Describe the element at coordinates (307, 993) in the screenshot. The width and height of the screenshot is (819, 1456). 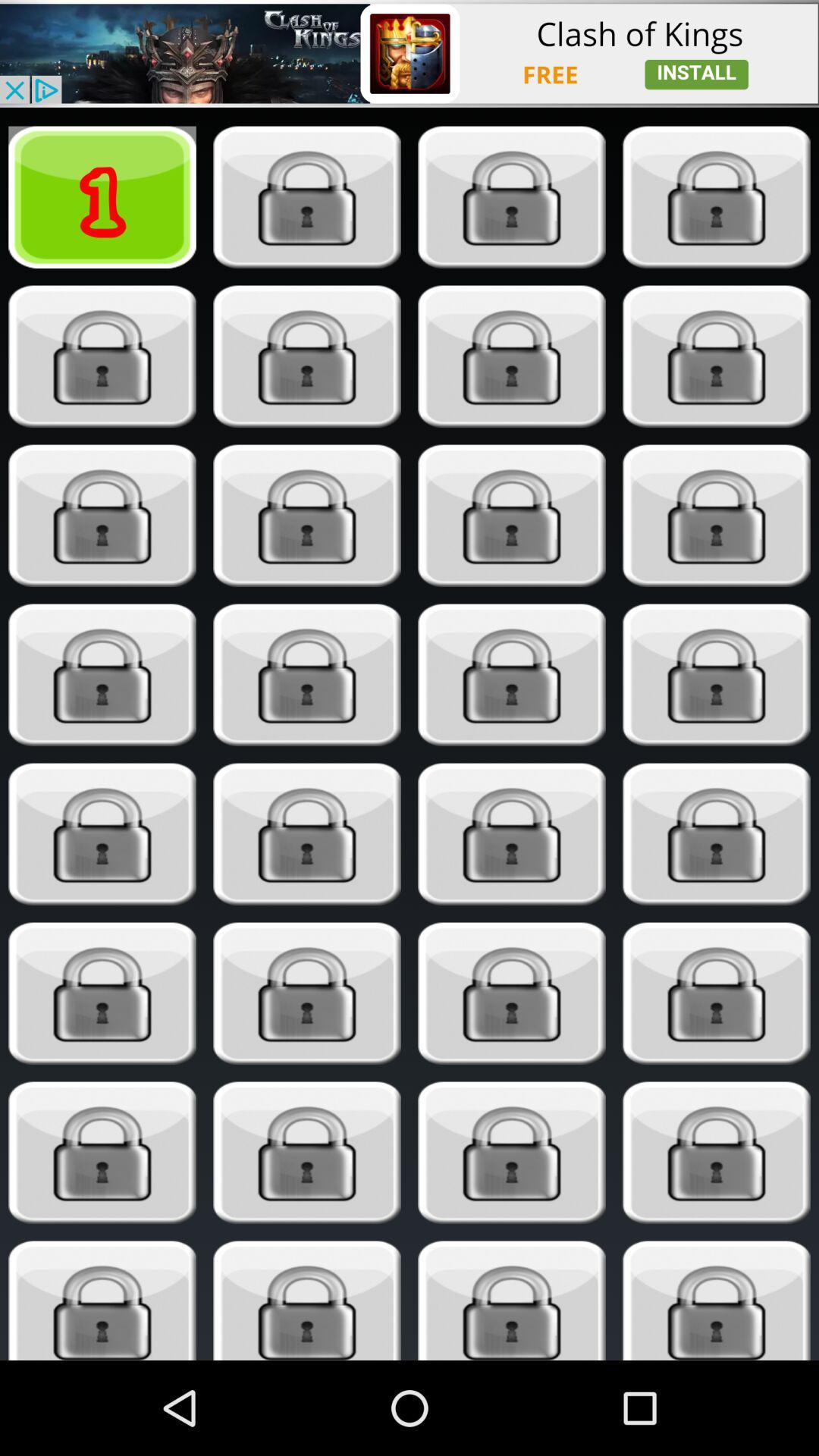
I see `its locked` at that location.